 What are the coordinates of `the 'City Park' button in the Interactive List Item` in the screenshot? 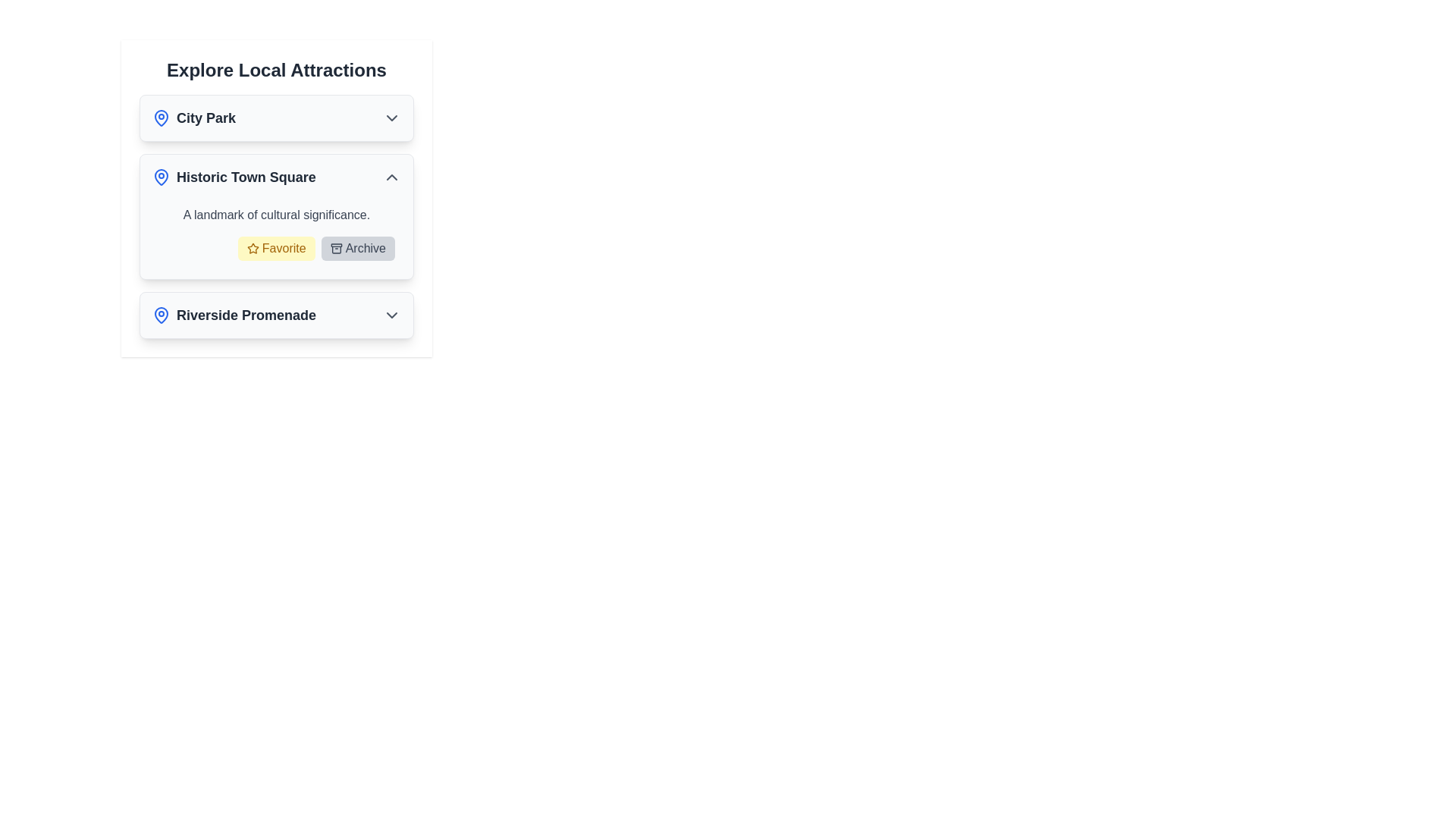 It's located at (276, 117).